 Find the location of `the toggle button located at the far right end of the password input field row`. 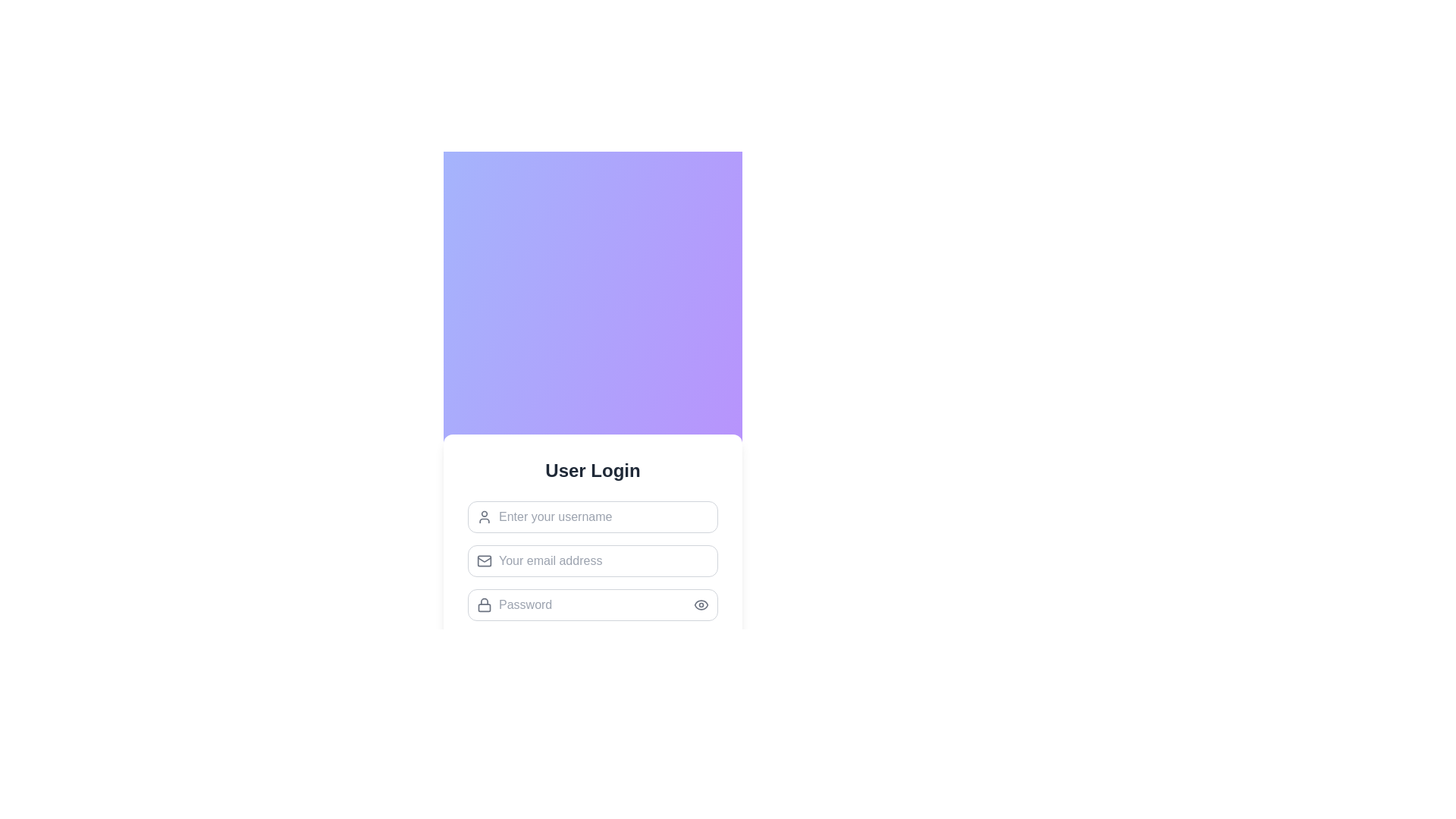

the toggle button located at the far right end of the password input field row is located at coordinates (701, 604).